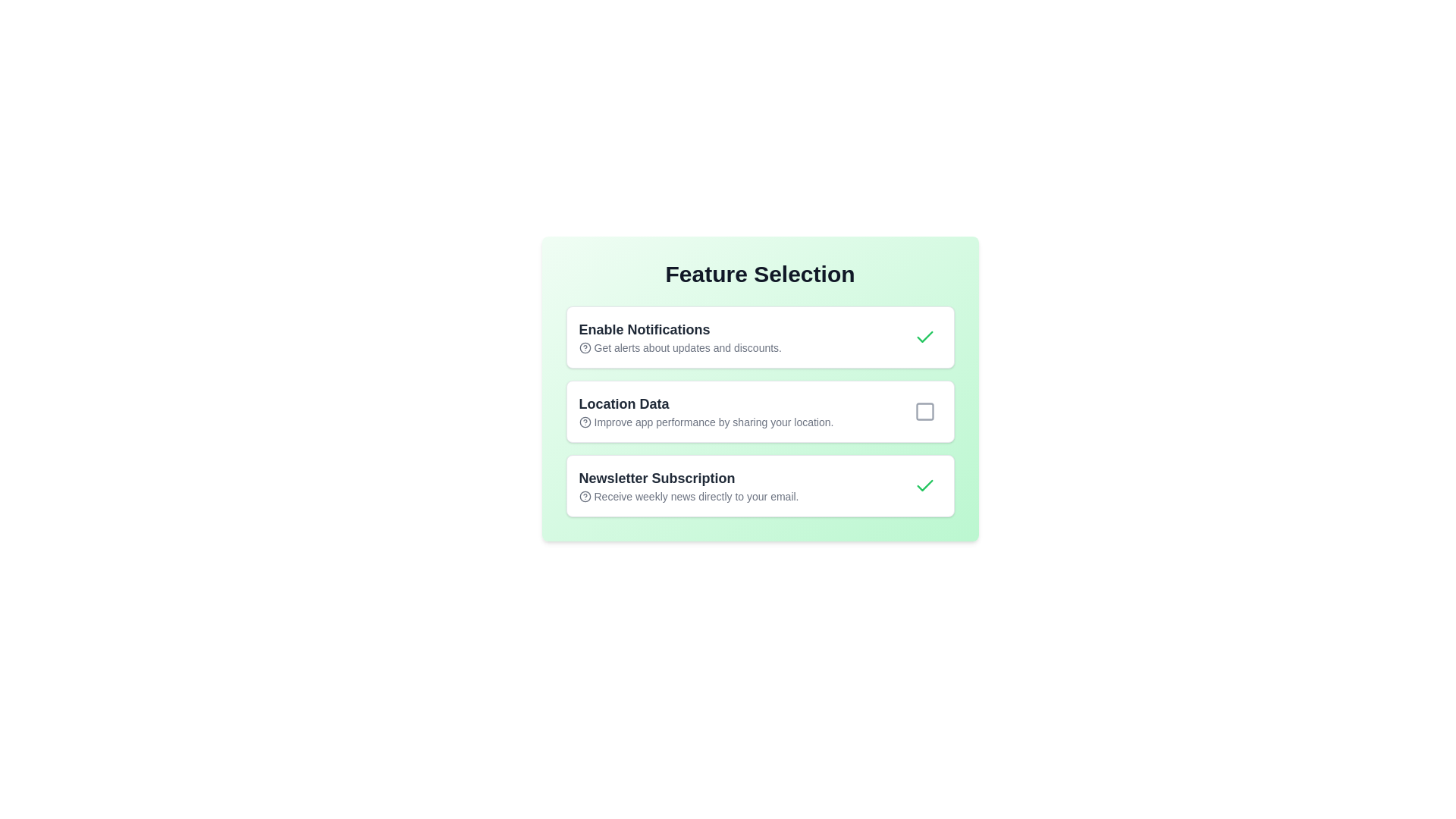 This screenshot has width=1456, height=819. What do you see at coordinates (760, 411) in the screenshot?
I see `the checkbox area of the location sharing UI card, which is the second card in a vertically stacked list of three cards` at bounding box center [760, 411].